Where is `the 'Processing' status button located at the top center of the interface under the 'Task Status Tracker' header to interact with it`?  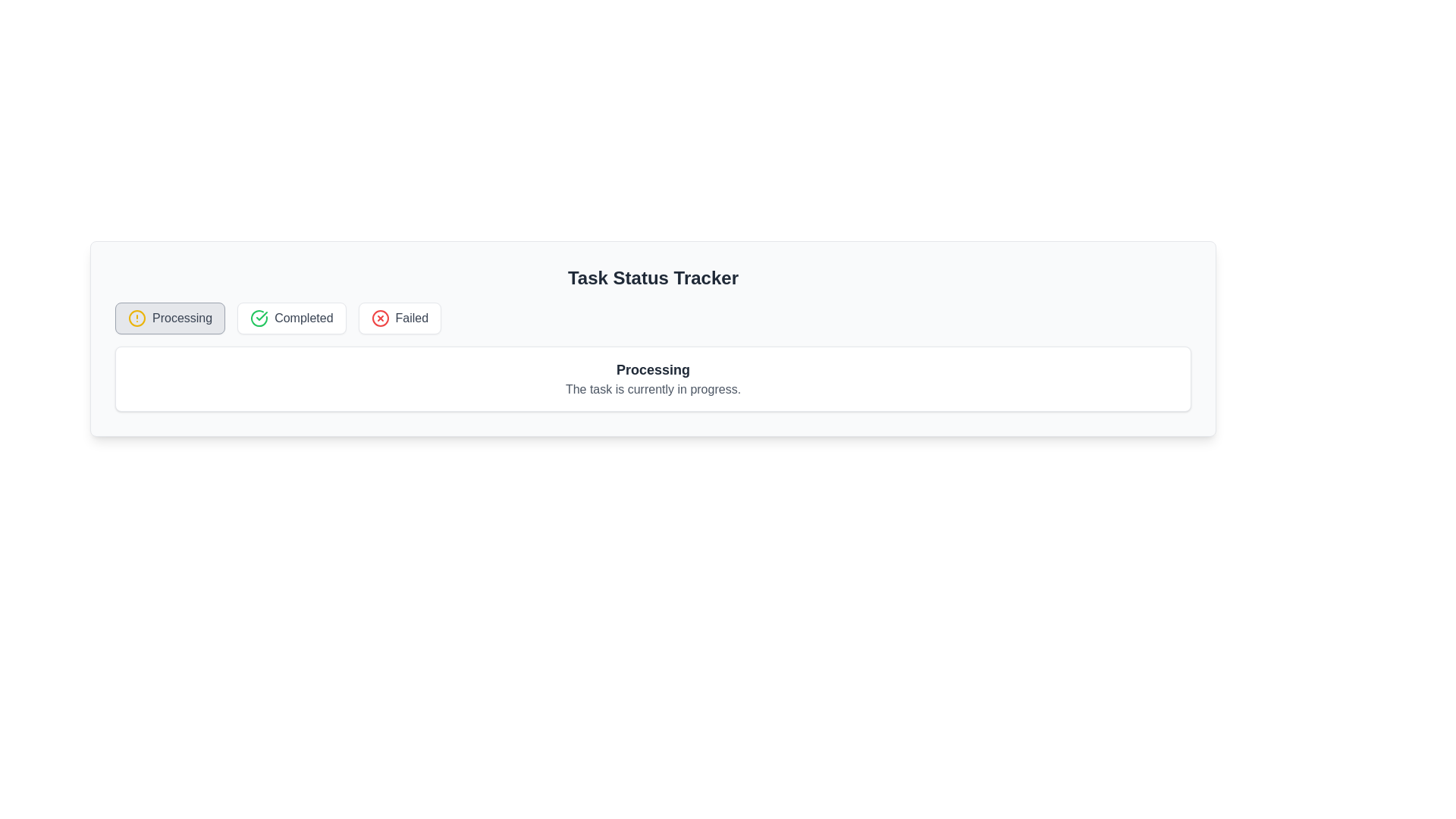
the 'Processing' status button located at the top center of the interface under the 'Task Status Tracker' header to interact with it is located at coordinates (170, 318).